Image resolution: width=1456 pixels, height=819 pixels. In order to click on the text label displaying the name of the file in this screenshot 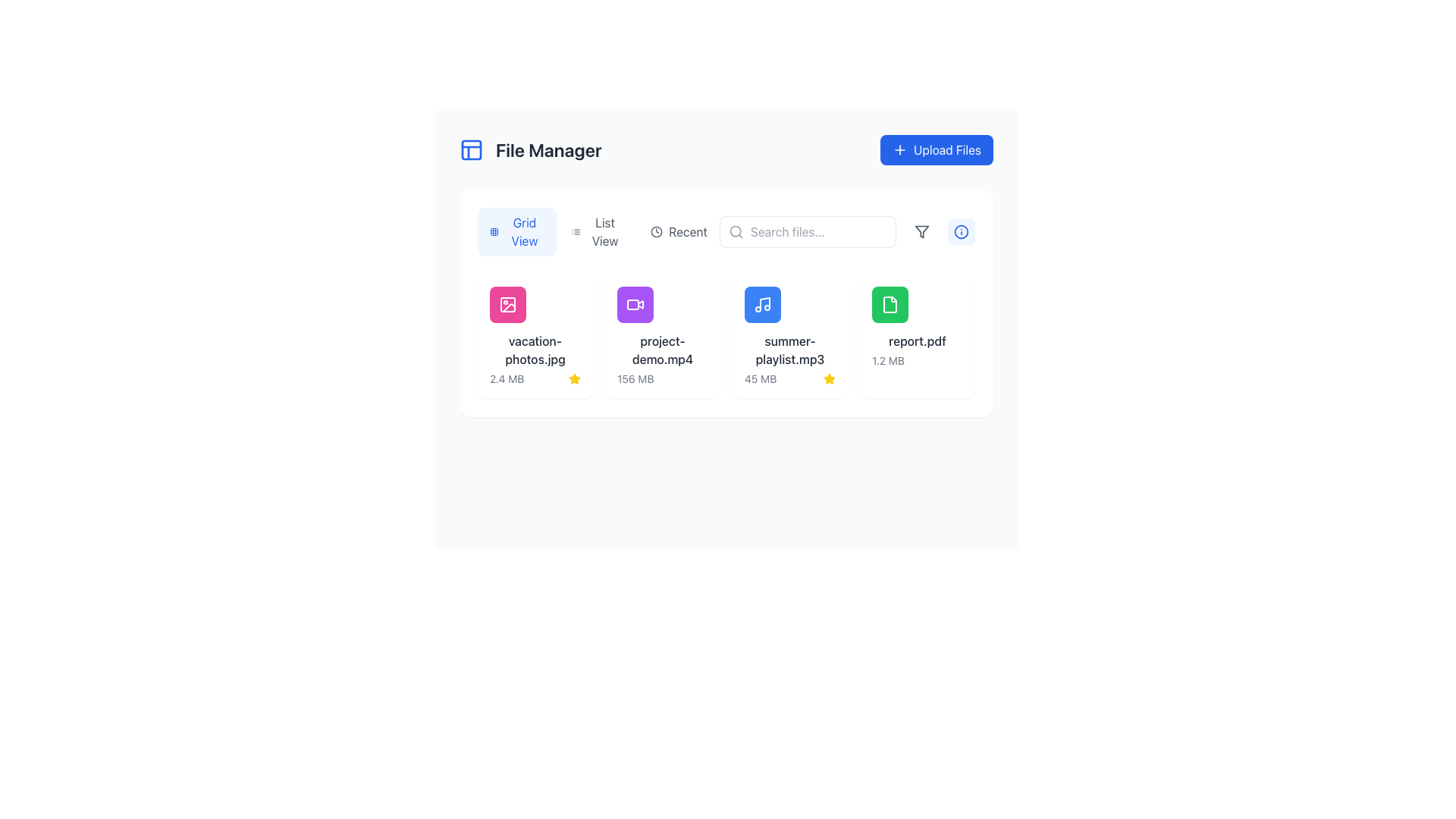, I will do `click(535, 350)`.